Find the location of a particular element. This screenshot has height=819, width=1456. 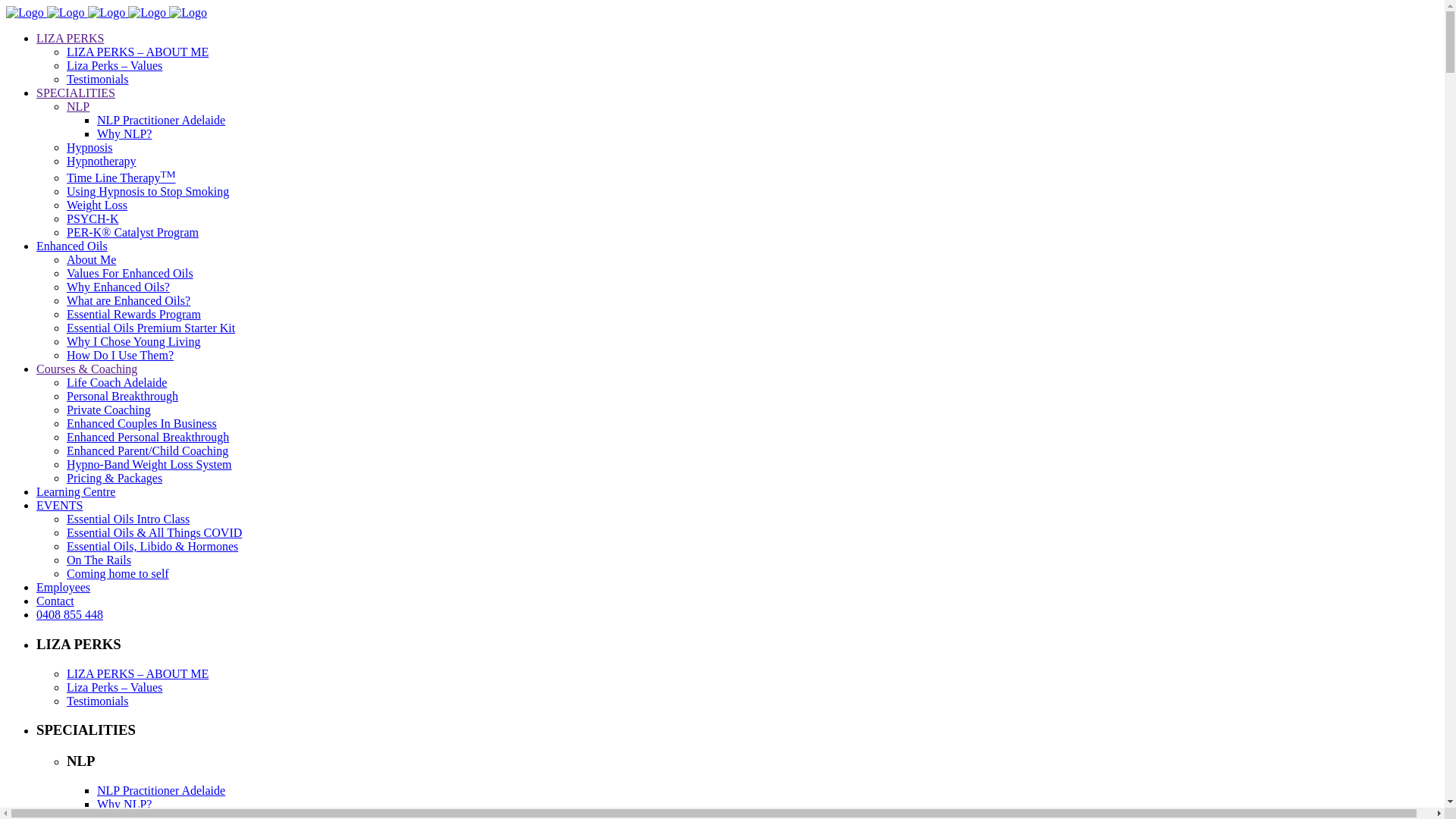

'Essential Oils Premium Starter Kit' is located at coordinates (150, 327).